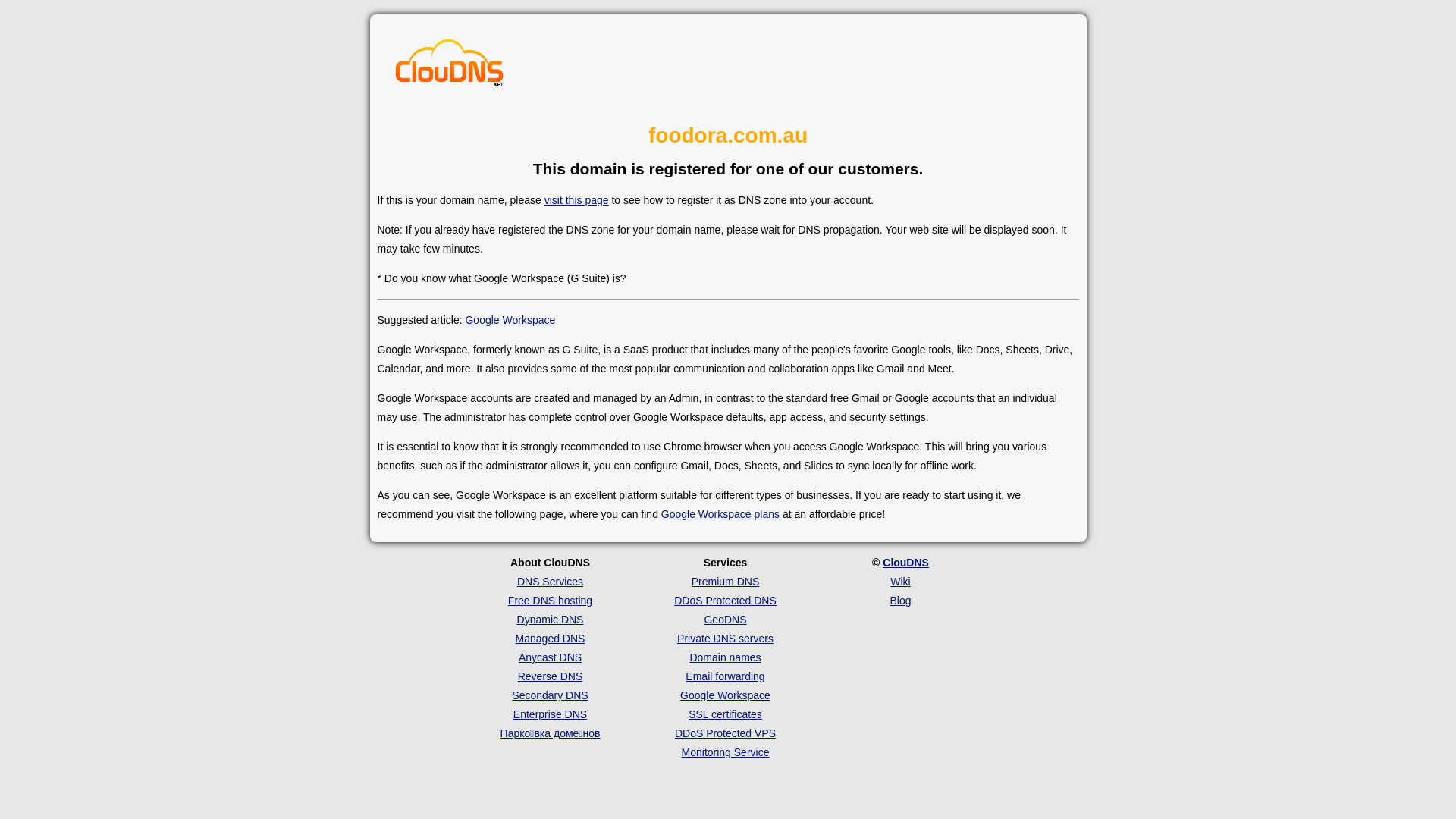 This screenshot has width=1456, height=819. I want to click on 'Dynamic DNS', so click(549, 620).